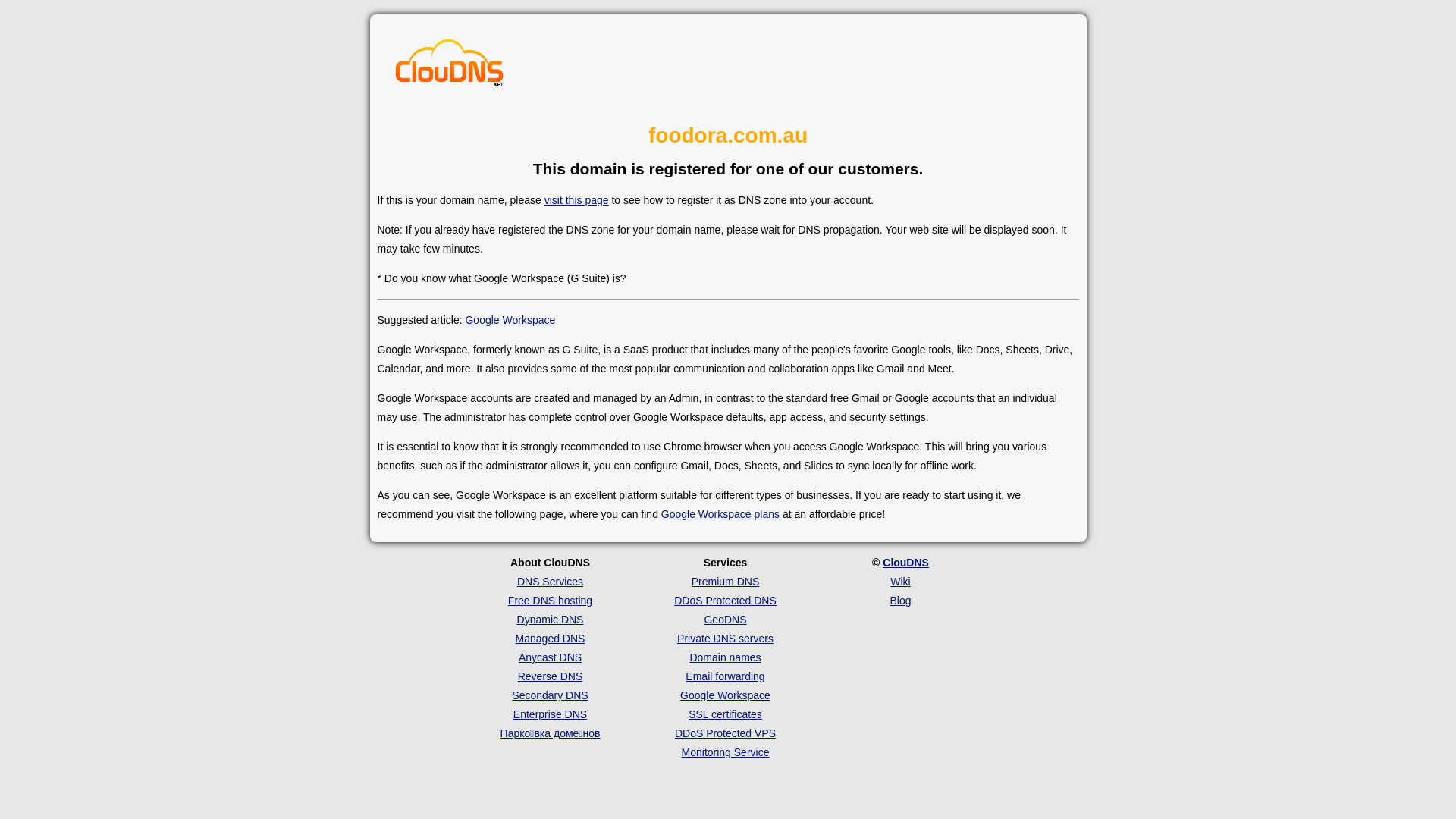 This screenshot has width=1456, height=819. I want to click on 'Dynamic DNS', so click(549, 620).